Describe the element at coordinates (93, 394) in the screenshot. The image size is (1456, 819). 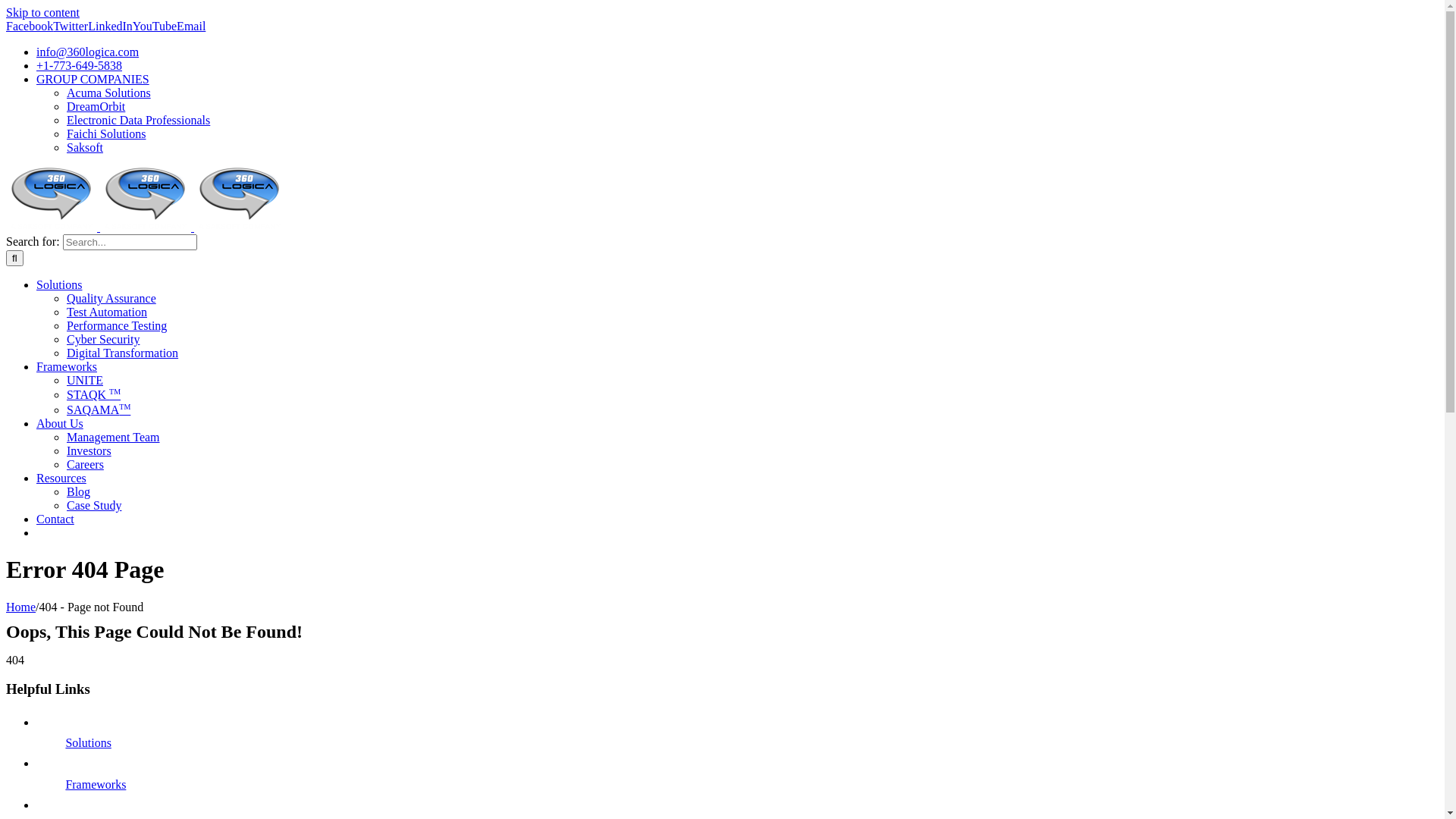
I see `'STAQK TM'` at that location.